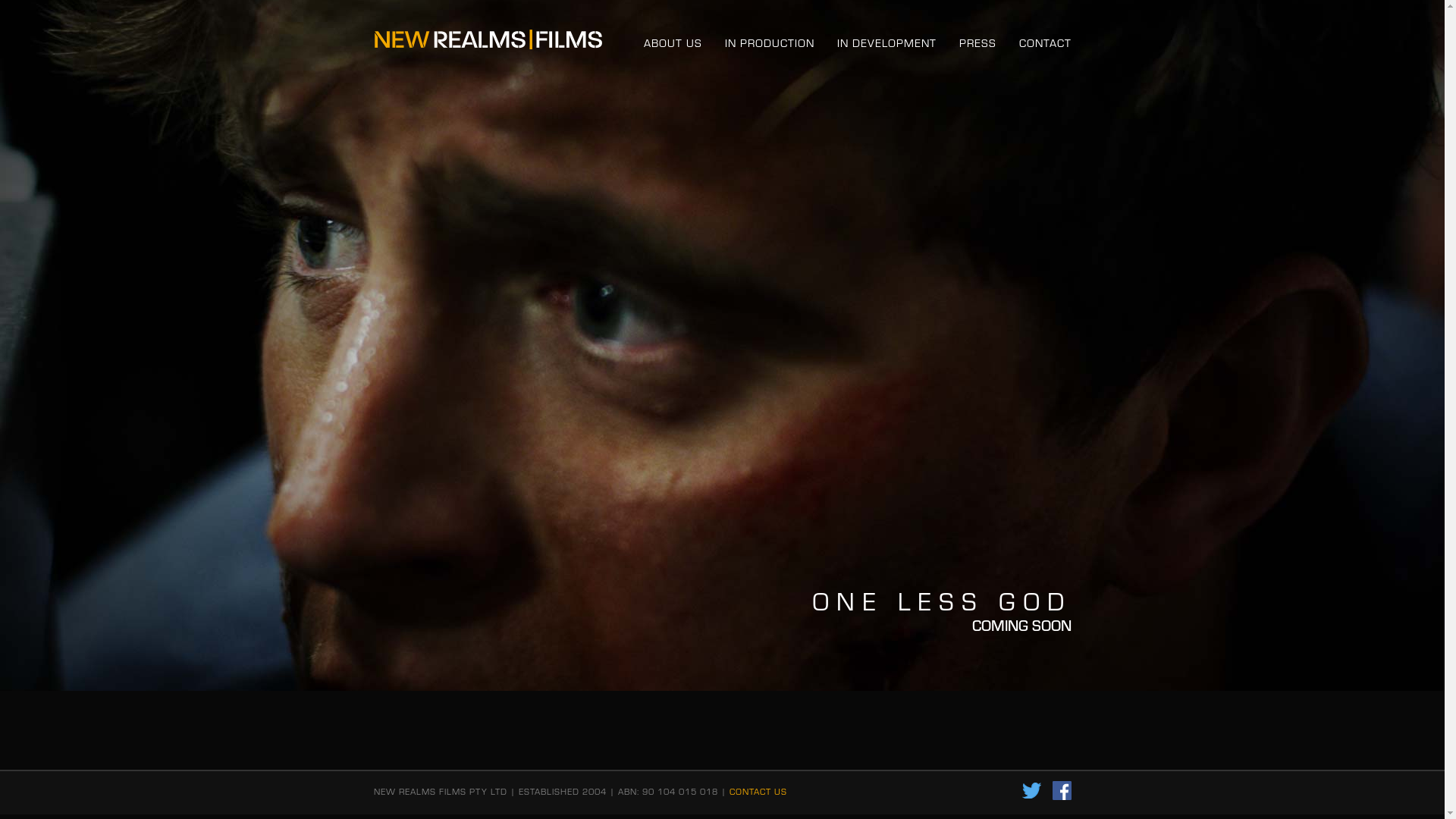 The image size is (1456, 819). I want to click on 'CONTACT', so click(1044, 42).